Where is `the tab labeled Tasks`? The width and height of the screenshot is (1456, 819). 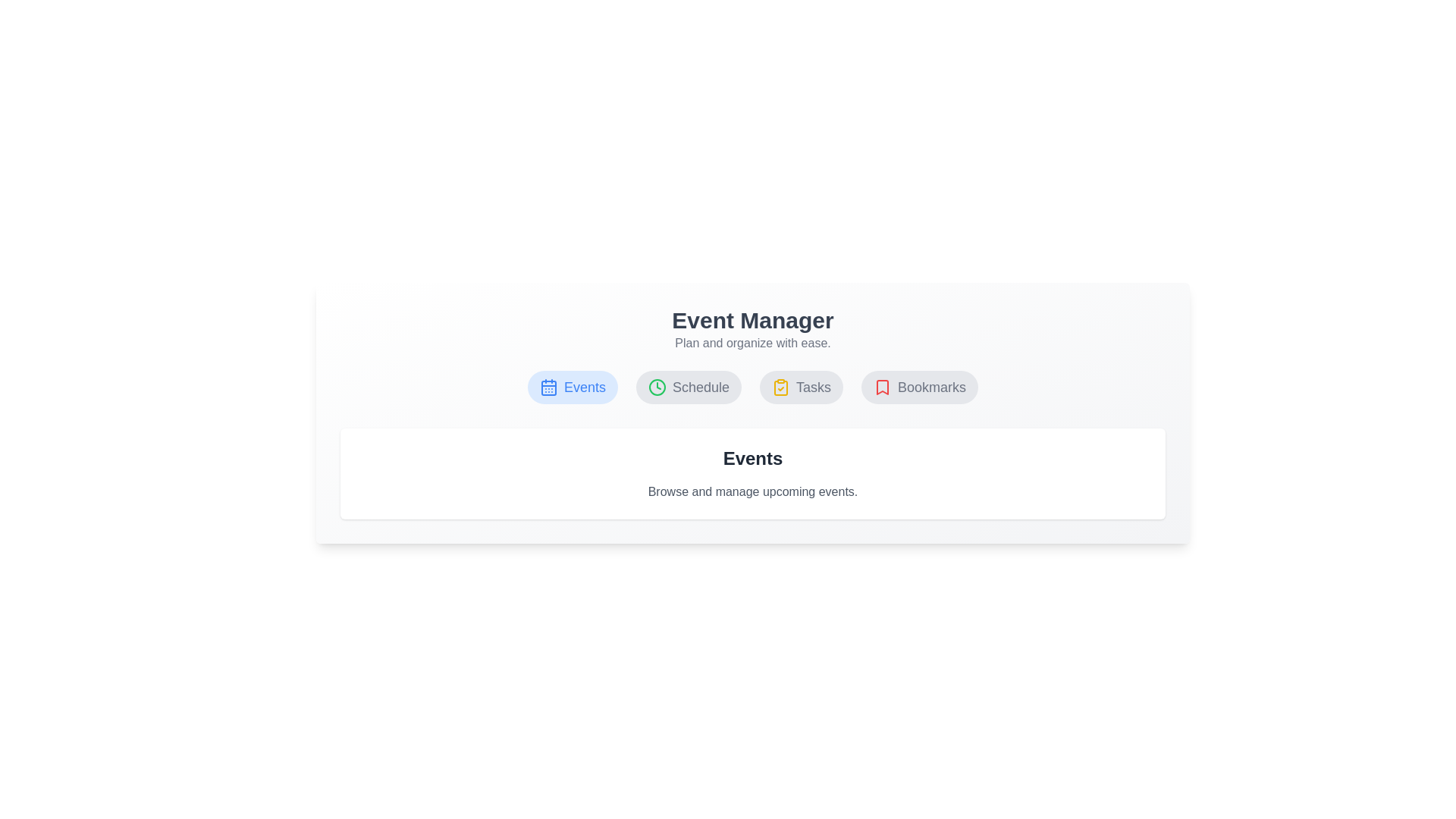 the tab labeled Tasks is located at coordinates (800, 386).